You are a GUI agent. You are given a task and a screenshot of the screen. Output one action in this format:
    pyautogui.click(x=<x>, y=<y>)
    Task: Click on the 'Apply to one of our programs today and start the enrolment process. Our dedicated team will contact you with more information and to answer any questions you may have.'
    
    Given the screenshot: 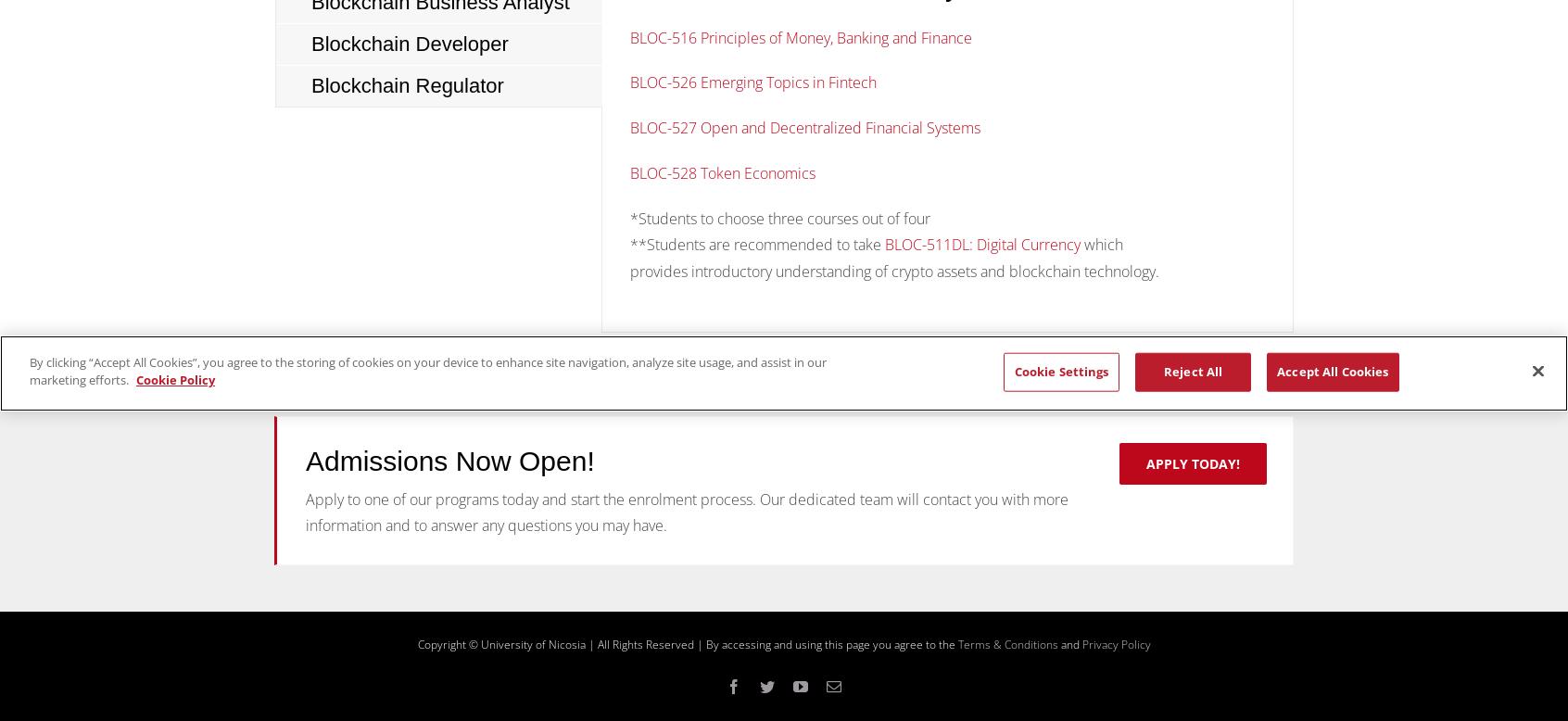 What is the action you would take?
    pyautogui.click(x=303, y=512)
    